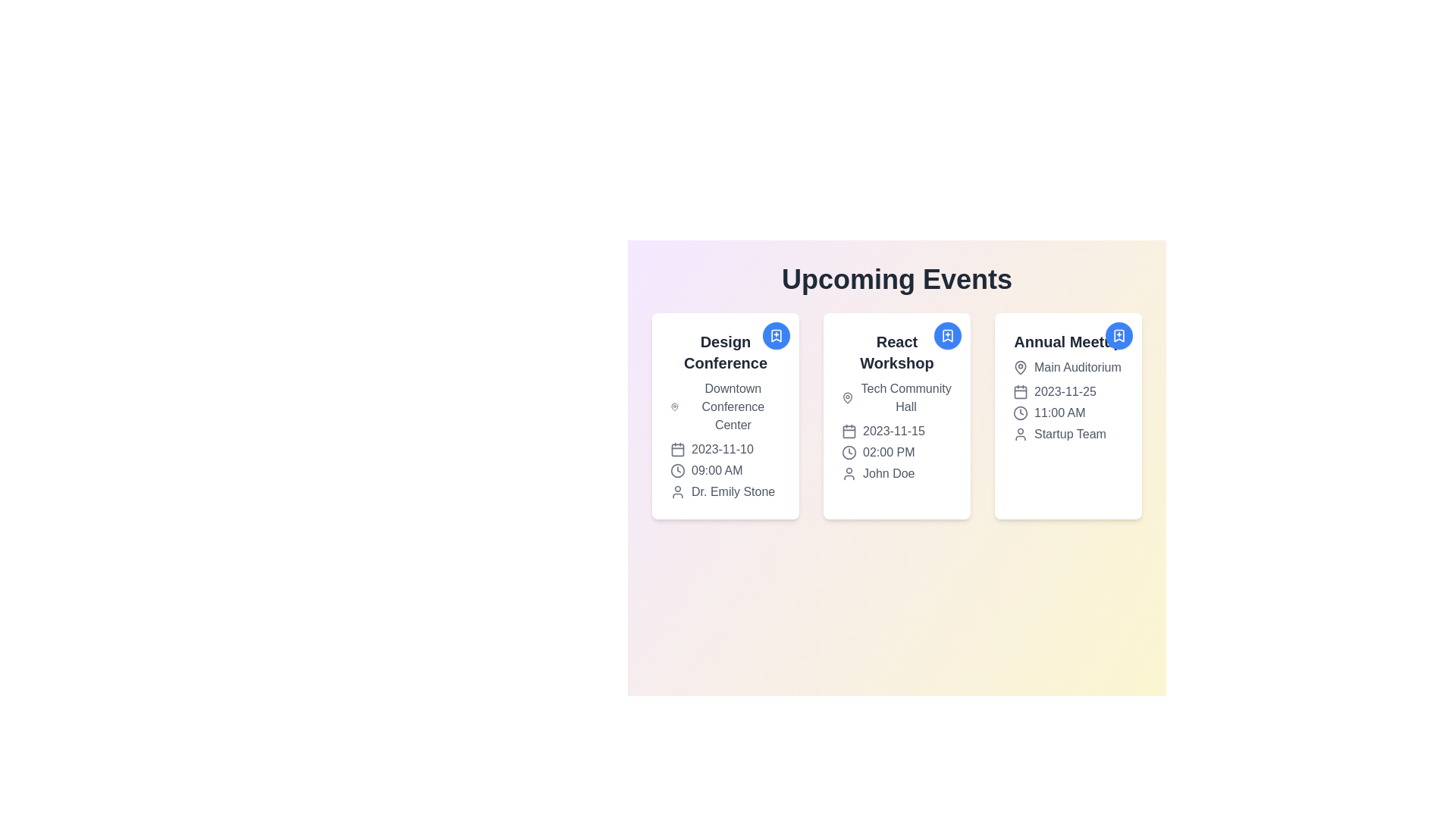  Describe the element at coordinates (848, 431) in the screenshot. I see `the date indicator icon located in the second card titled 'React Workshop' in the 'Upcoming Events' section, which is positioned beside the date text` at that location.